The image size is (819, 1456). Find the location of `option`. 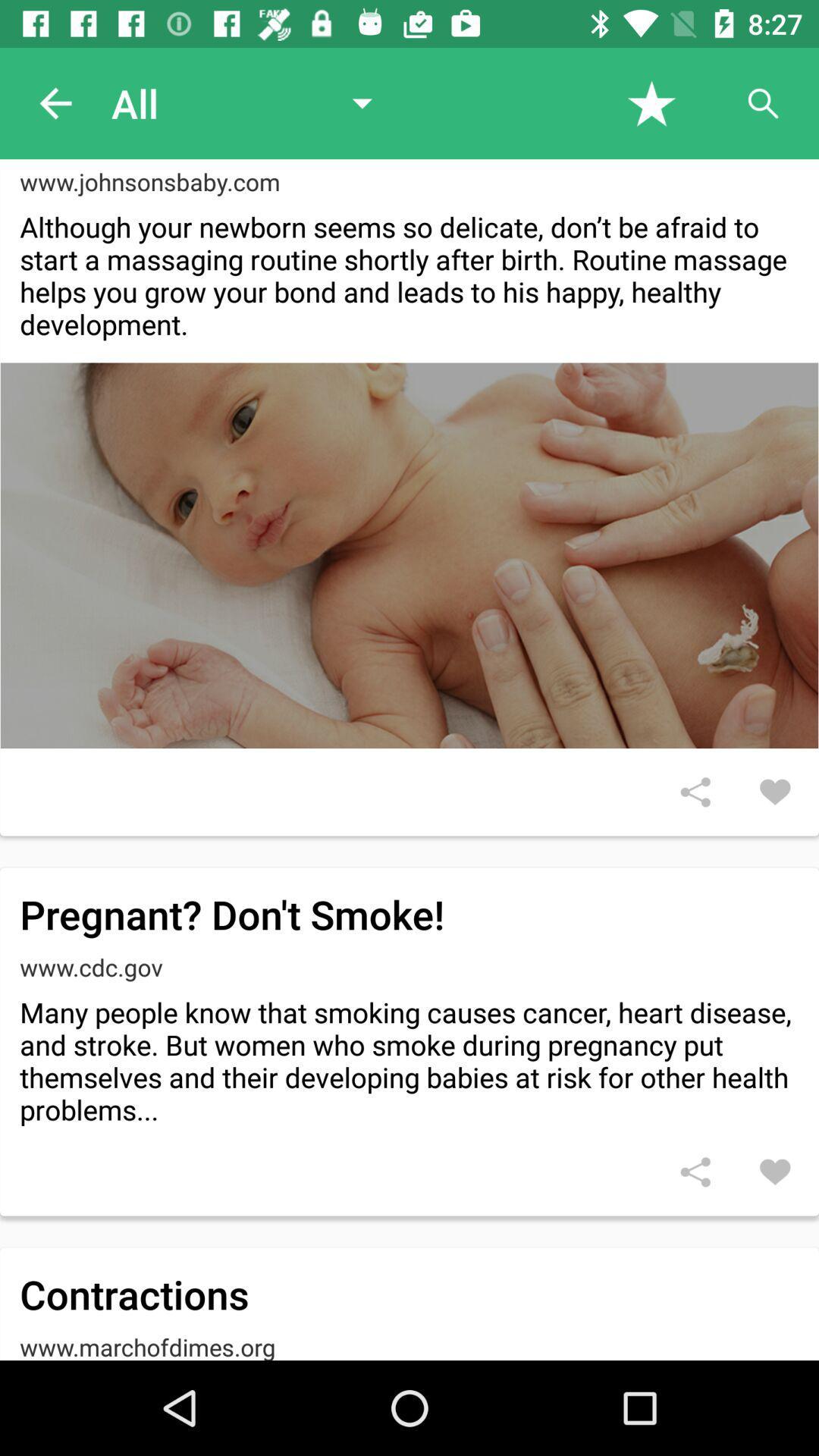

option is located at coordinates (775, 1171).